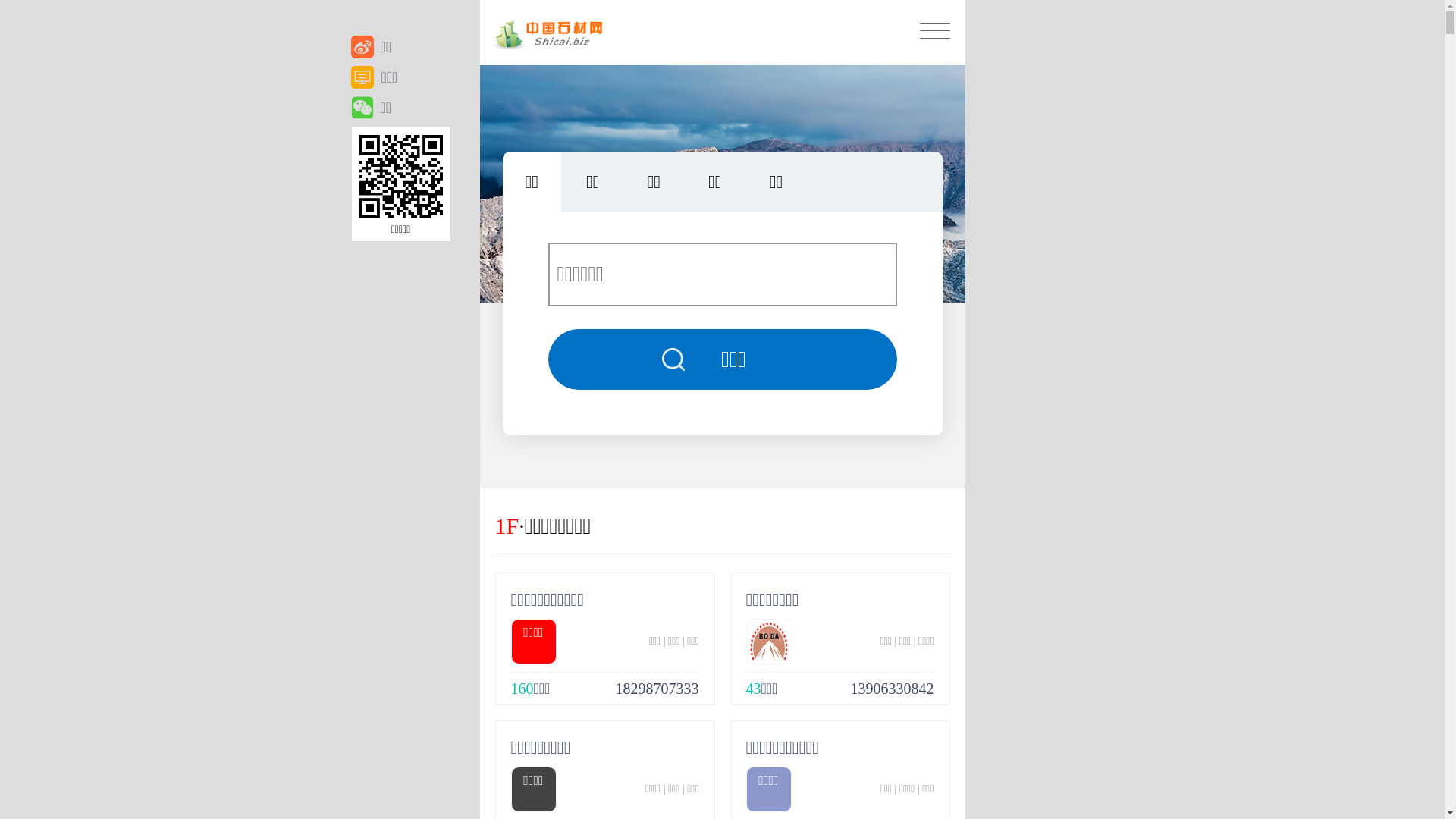  I want to click on '13906330842', so click(892, 688).